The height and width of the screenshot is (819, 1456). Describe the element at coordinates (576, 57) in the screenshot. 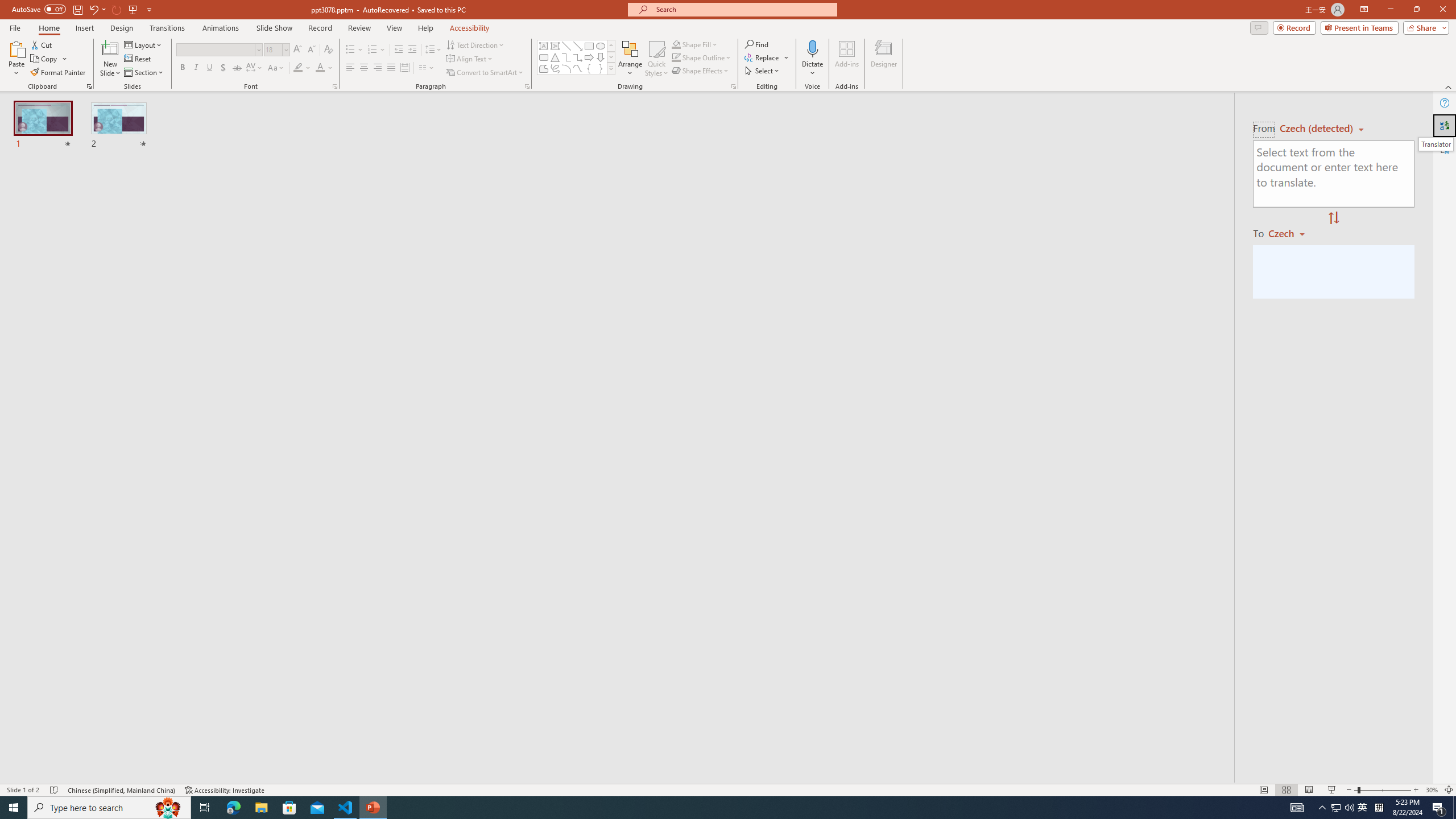

I see `'AutomationID: ShapesInsertGallery'` at that location.